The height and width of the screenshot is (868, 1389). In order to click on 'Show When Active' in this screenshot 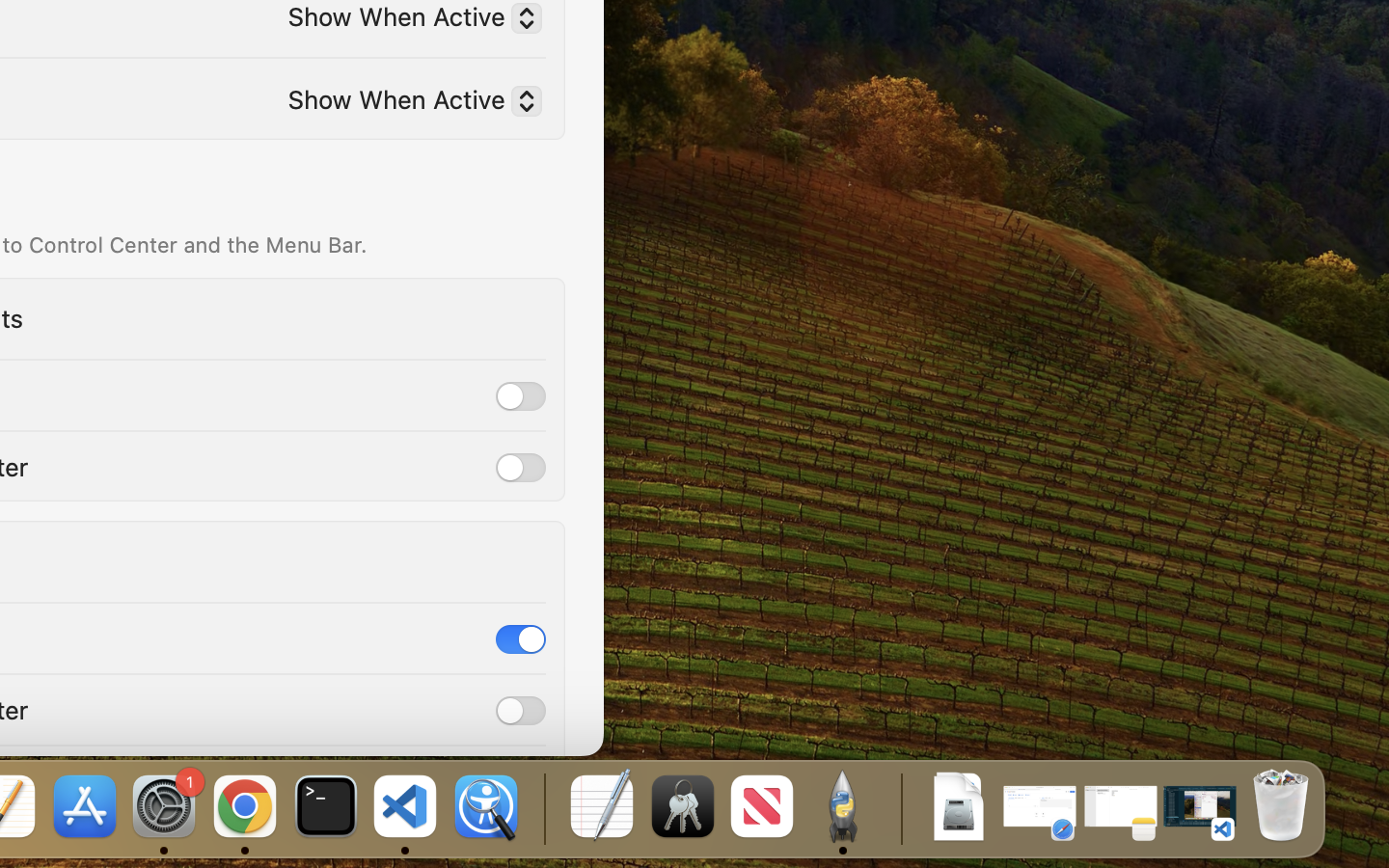, I will do `click(407, 102)`.